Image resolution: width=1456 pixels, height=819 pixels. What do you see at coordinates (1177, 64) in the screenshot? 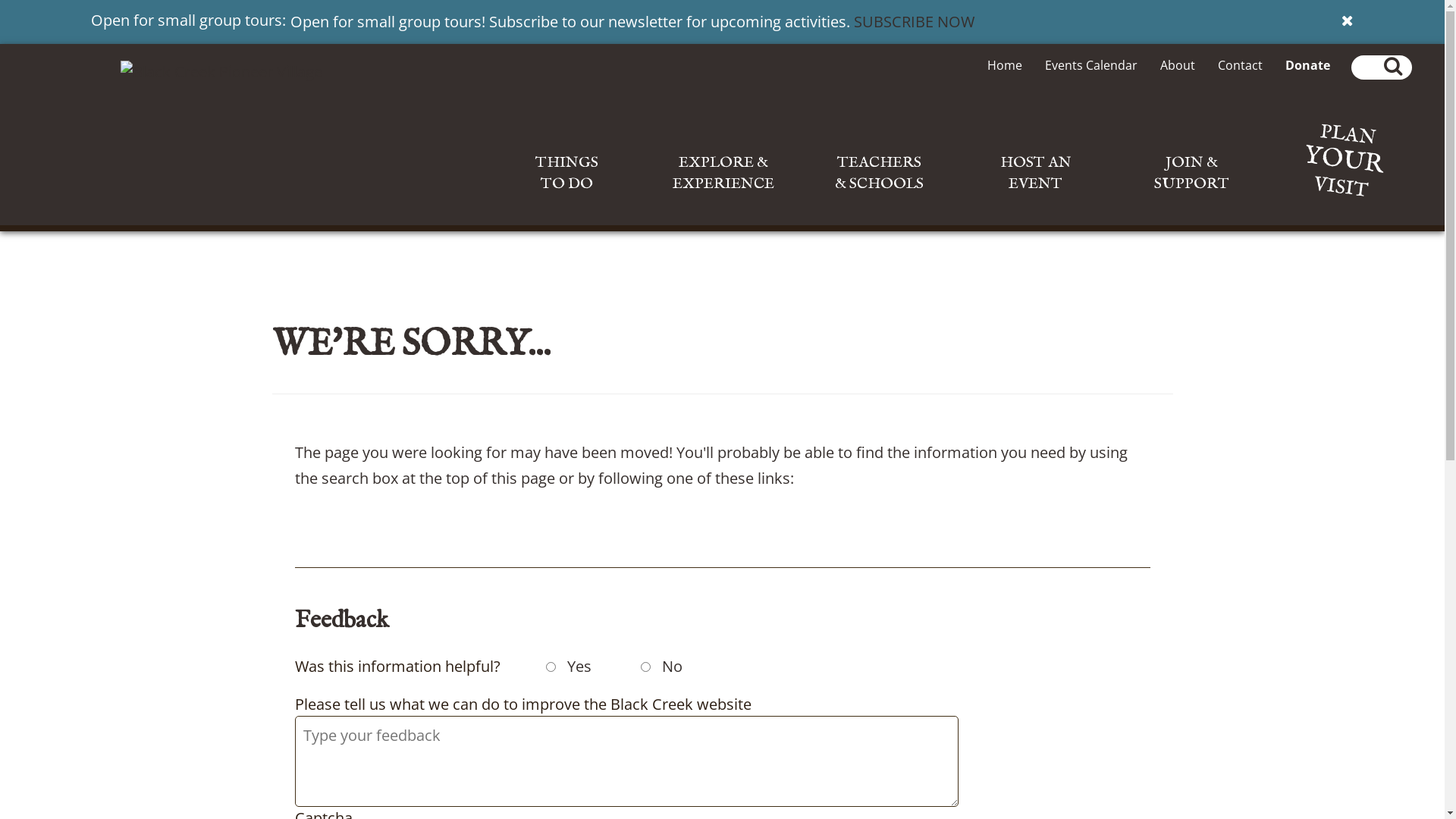
I see `'About'` at bounding box center [1177, 64].